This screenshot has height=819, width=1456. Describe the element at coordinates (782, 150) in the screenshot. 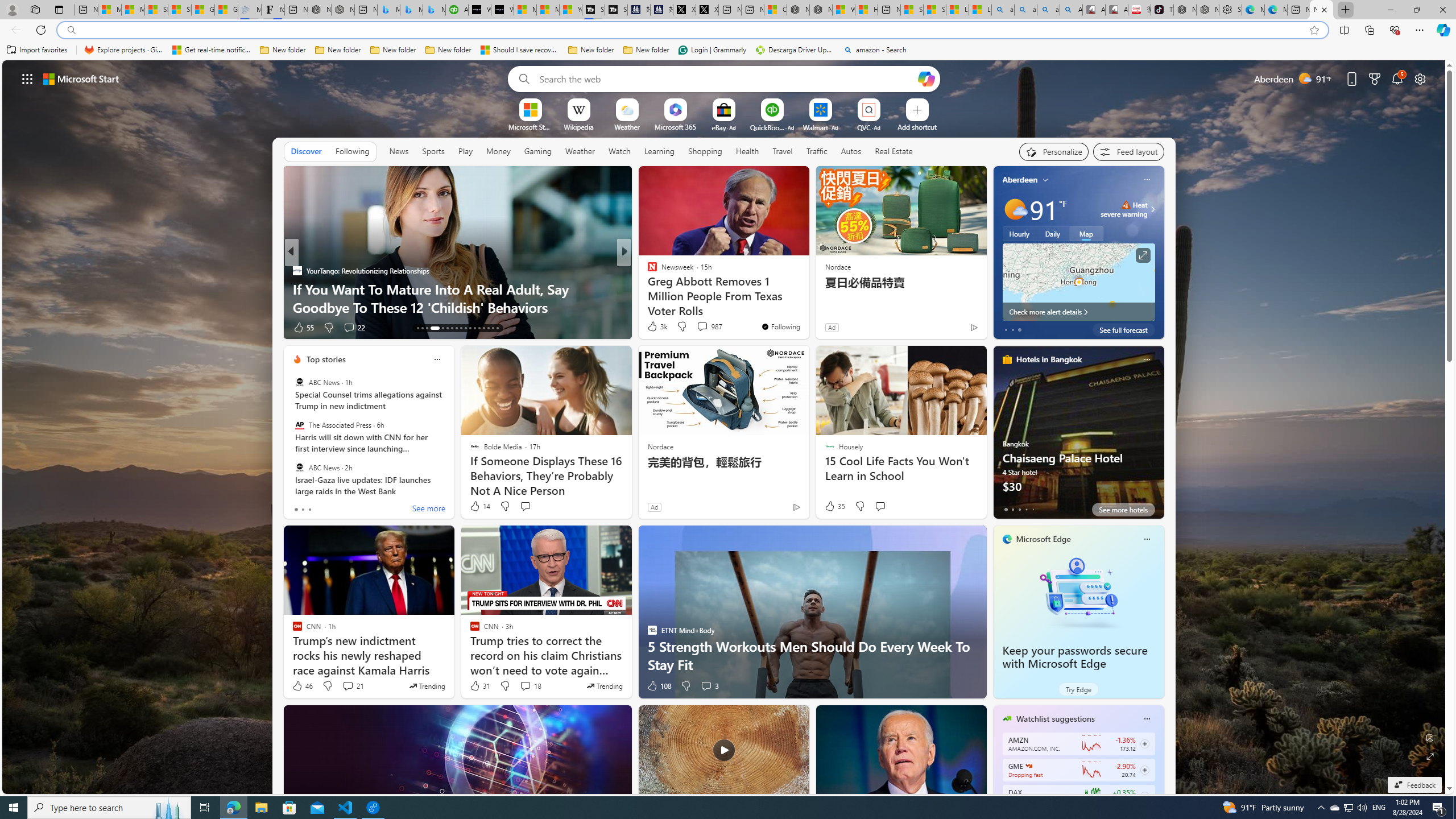

I see `'Travel'` at that location.